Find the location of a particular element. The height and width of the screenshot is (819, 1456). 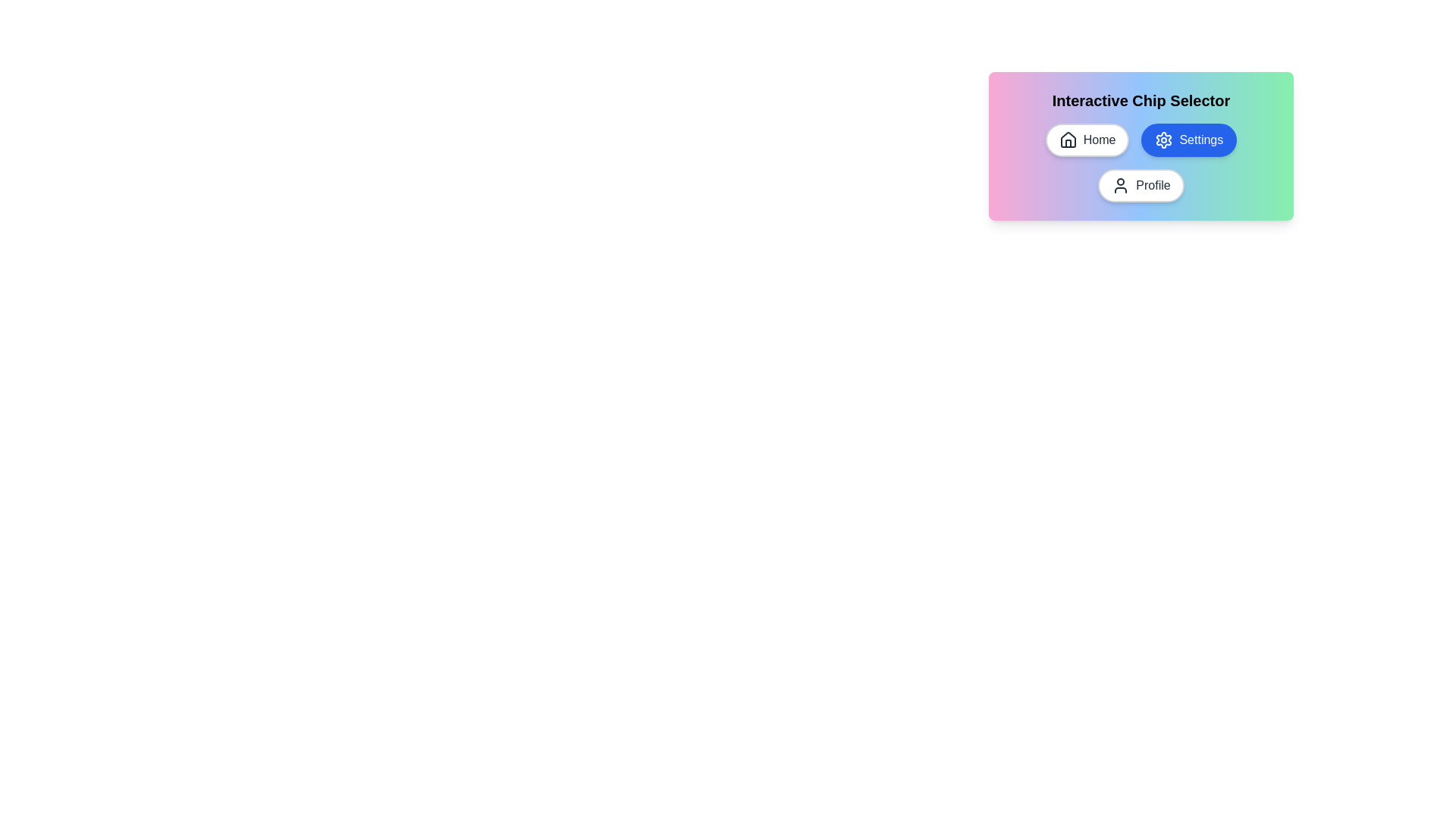

the chip labeled Settings is located at coordinates (1188, 140).